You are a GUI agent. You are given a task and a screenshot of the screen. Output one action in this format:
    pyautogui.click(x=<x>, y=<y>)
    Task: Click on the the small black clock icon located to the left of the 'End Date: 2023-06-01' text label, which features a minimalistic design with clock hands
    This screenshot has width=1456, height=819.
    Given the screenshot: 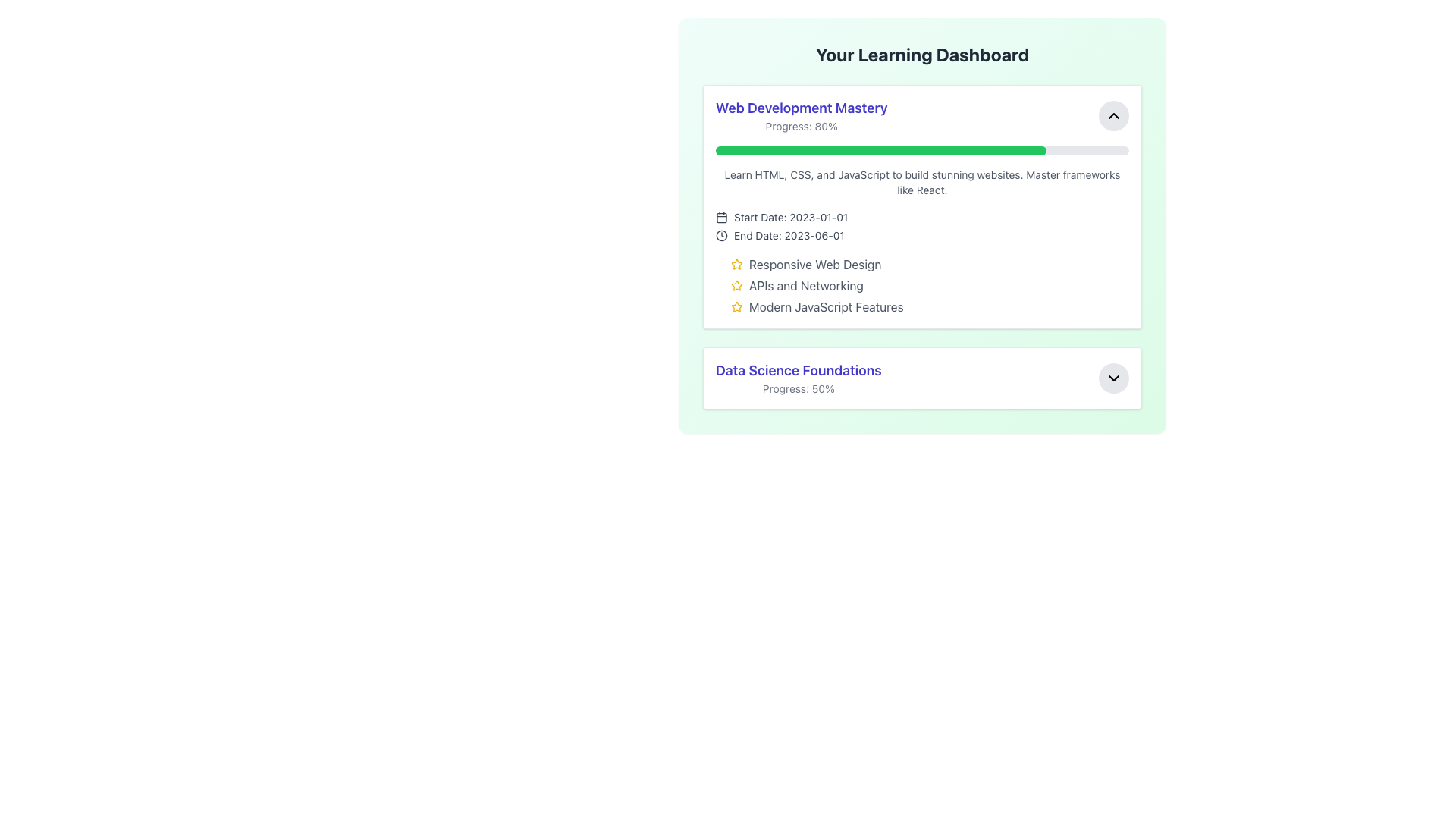 What is the action you would take?
    pyautogui.click(x=720, y=236)
    